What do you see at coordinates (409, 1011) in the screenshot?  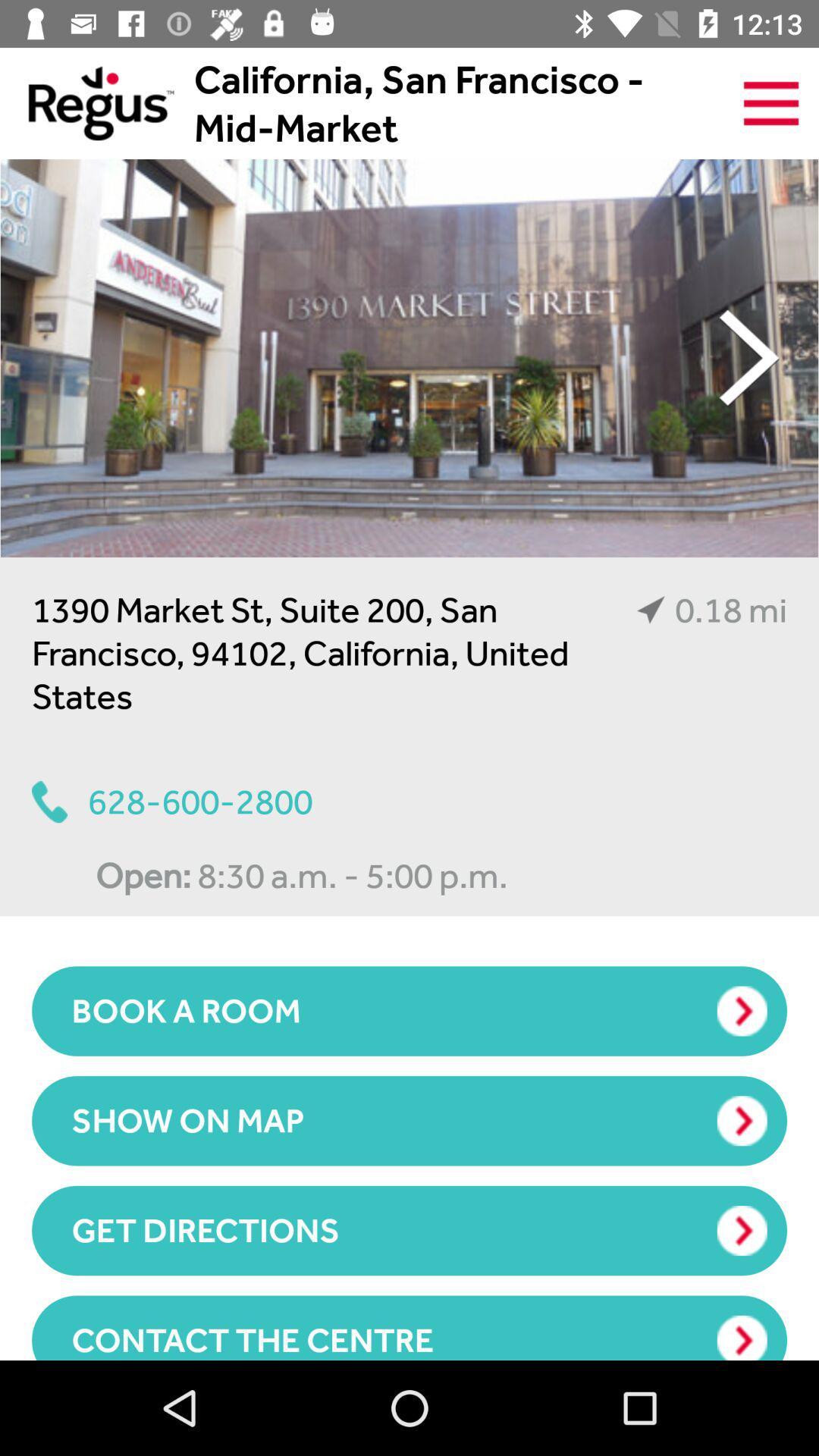 I see `the book a room icon` at bounding box center [409, 1011].